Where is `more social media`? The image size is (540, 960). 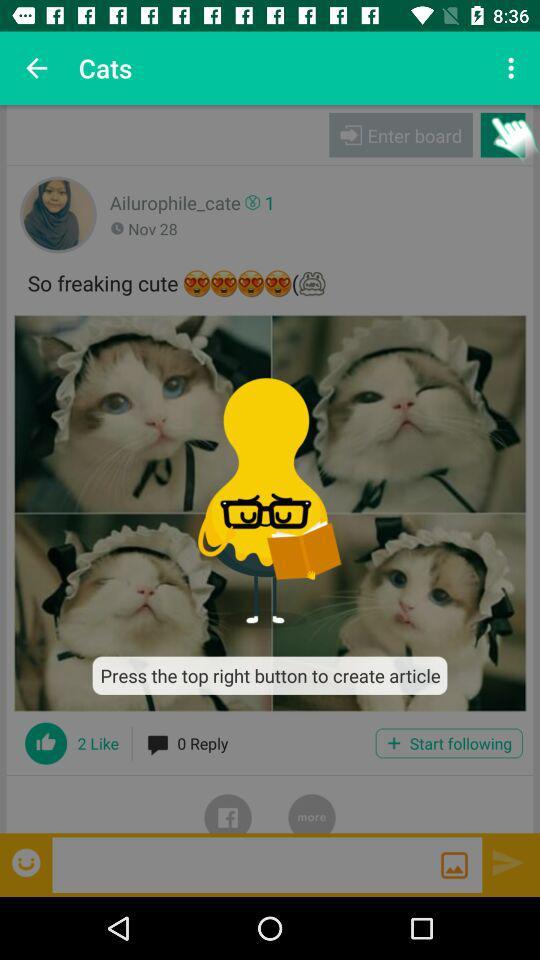
more social media is located at coordinates (312, 804).